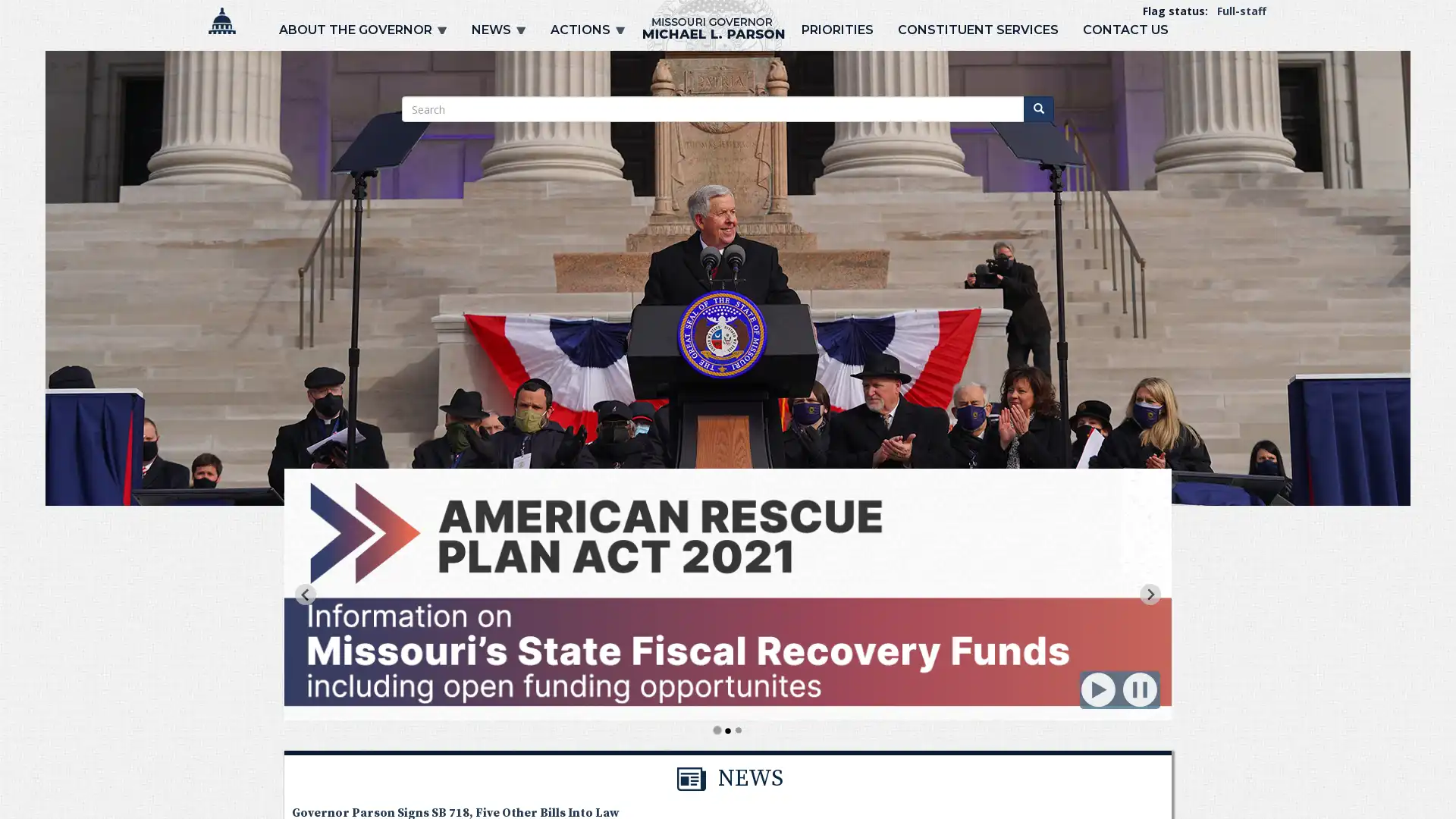 The height and width of the screenshot is (819, 1456). What do you see at coordinates (305, 593) in the screenshot?
I see `Go to last slide` at bounding box center [305, 593].